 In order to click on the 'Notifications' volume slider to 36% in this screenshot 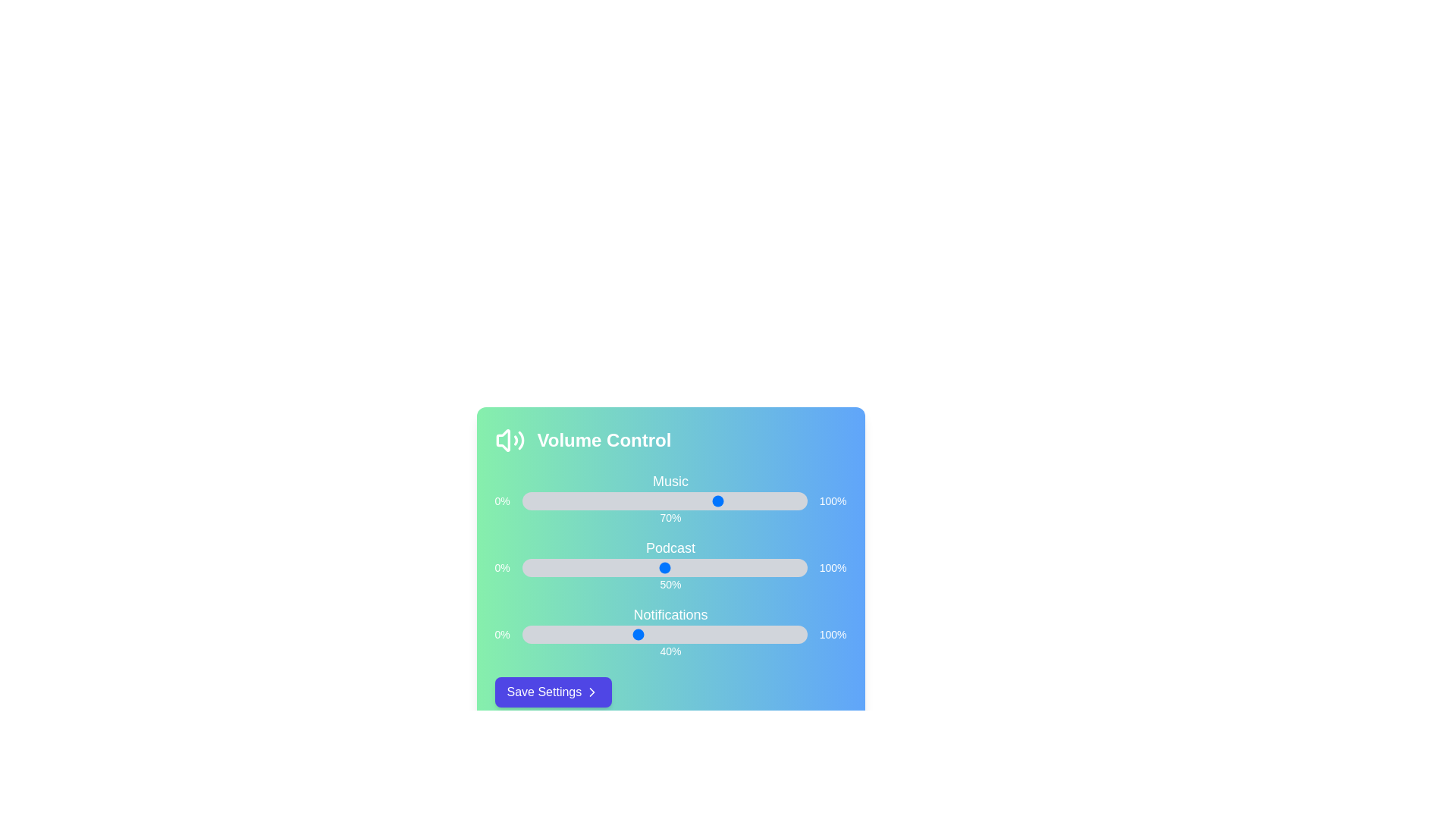, I will do `click(625, 635)`.